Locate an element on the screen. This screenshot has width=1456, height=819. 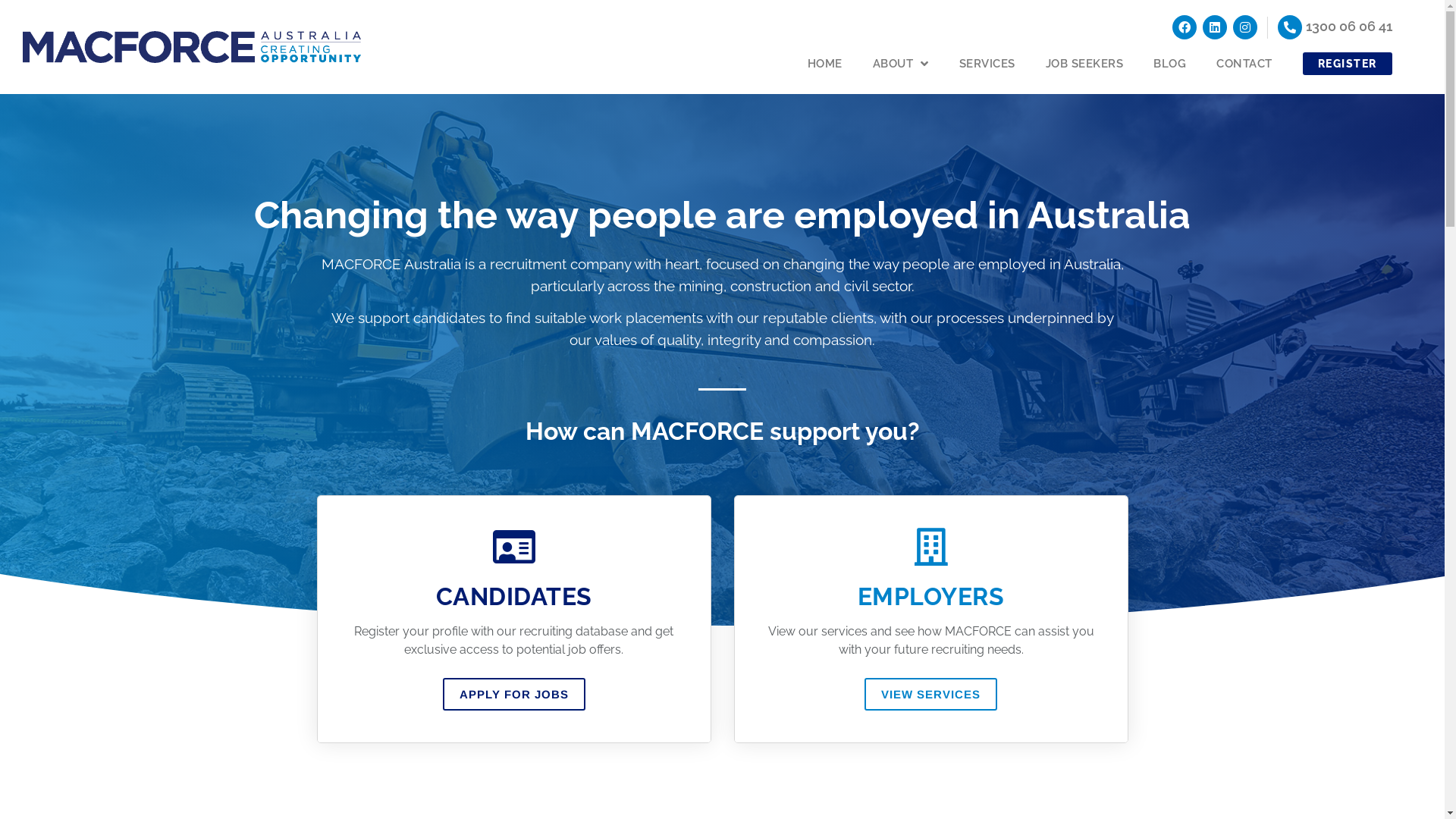
'SERVICES' is located at coordinates (987, 63).